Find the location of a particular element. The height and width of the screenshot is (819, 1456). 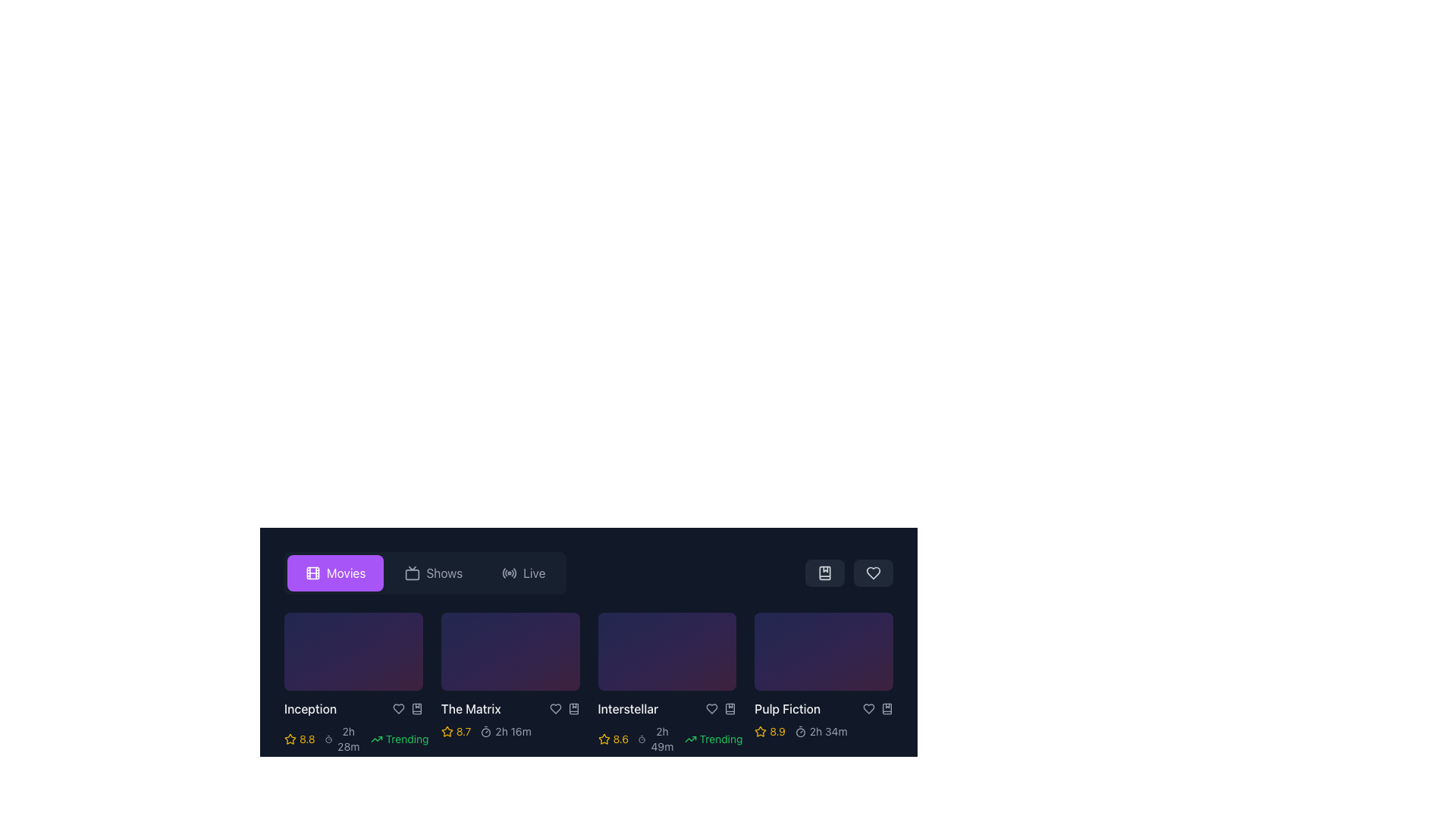

the third movie item card representing 'Interstellar' in the grid of movie cards is located at coordinates (667, 683).